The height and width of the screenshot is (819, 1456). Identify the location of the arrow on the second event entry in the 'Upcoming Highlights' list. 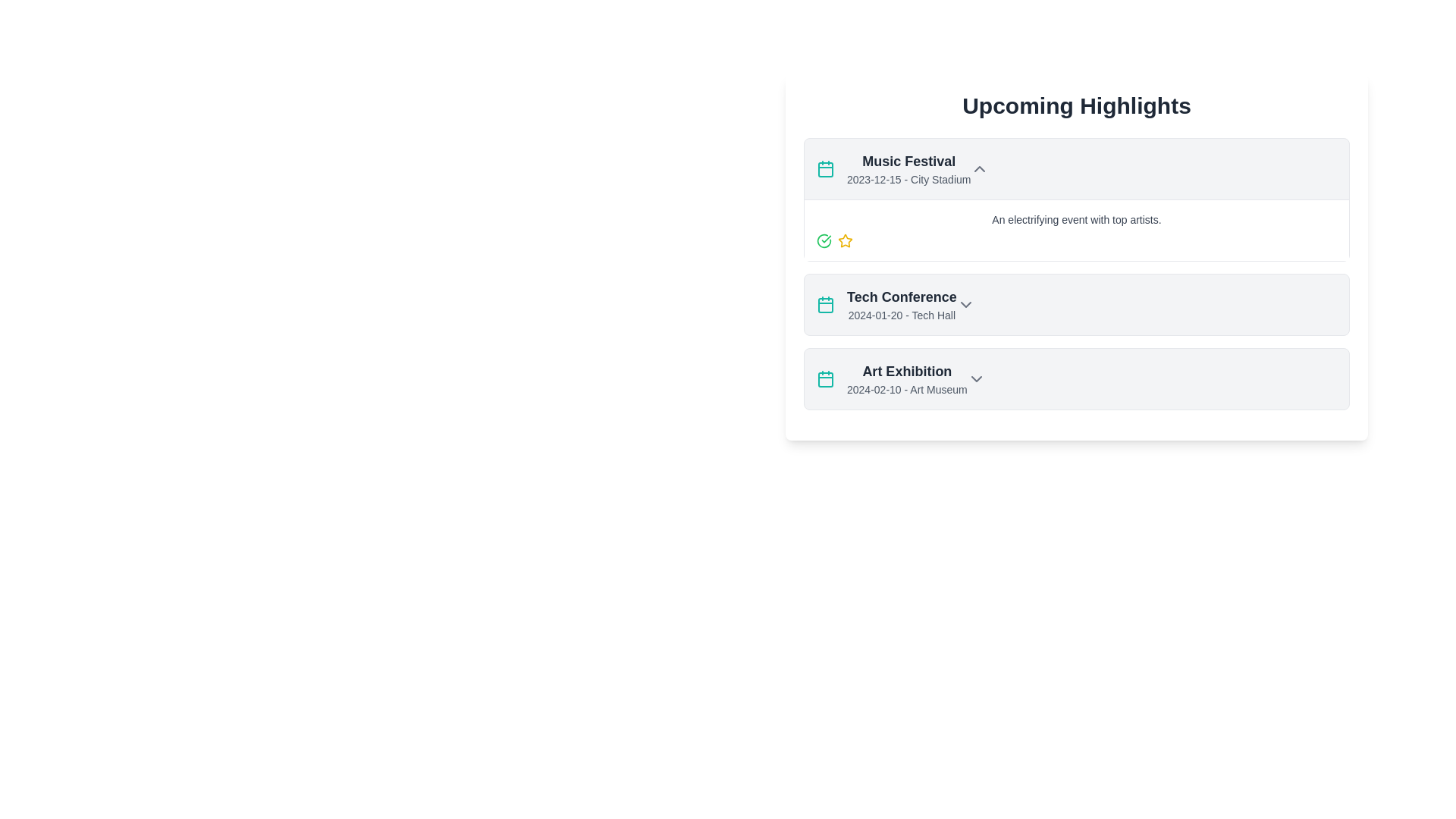
(1076, 304).